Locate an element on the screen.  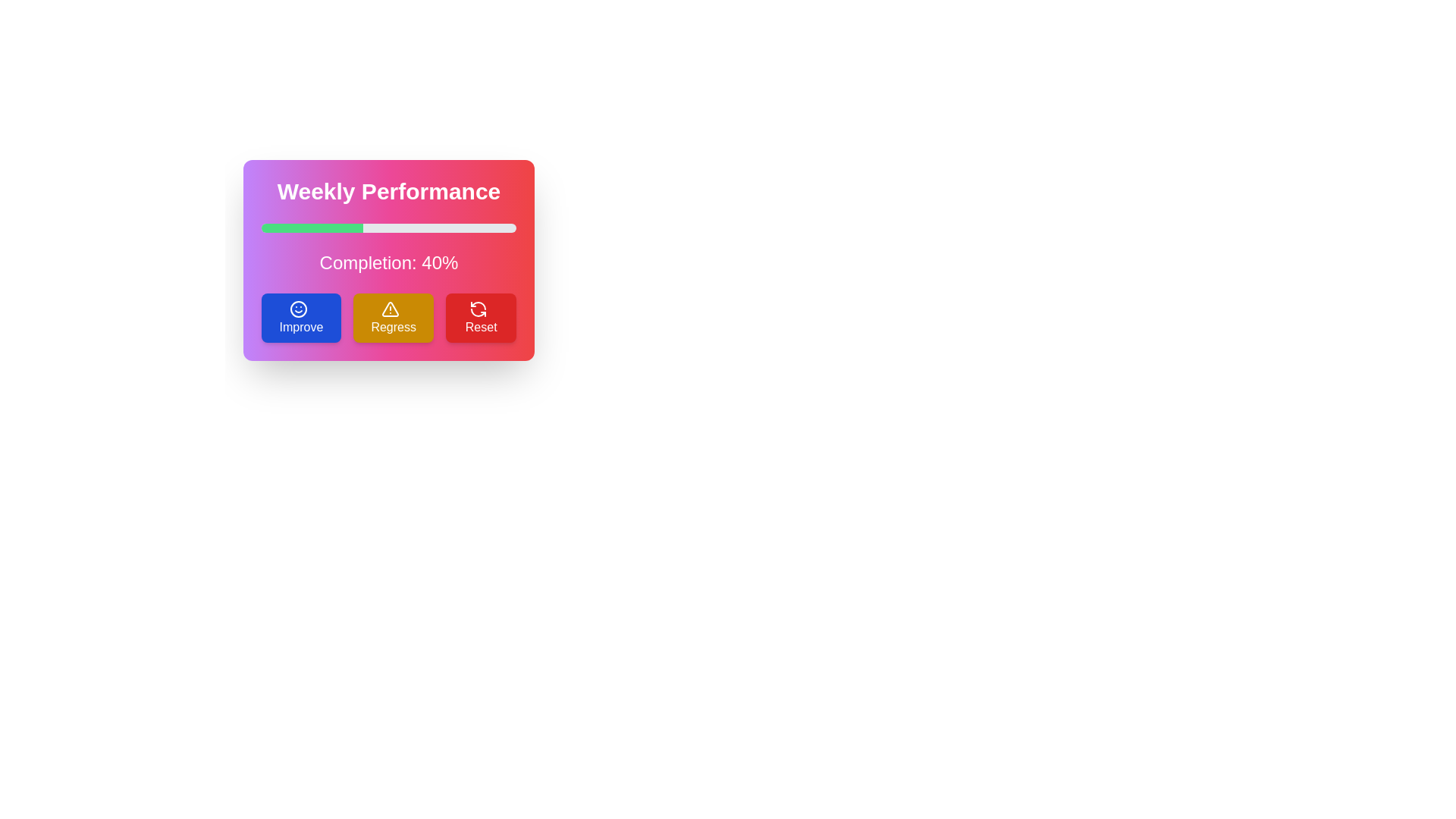
the 'Reset' button, which is a red rectangular button with a white circular arrow icon and the text 'Reset'. It is located at the far right of a three-button group at the bottom of the card is located at coordinates (480, 317).